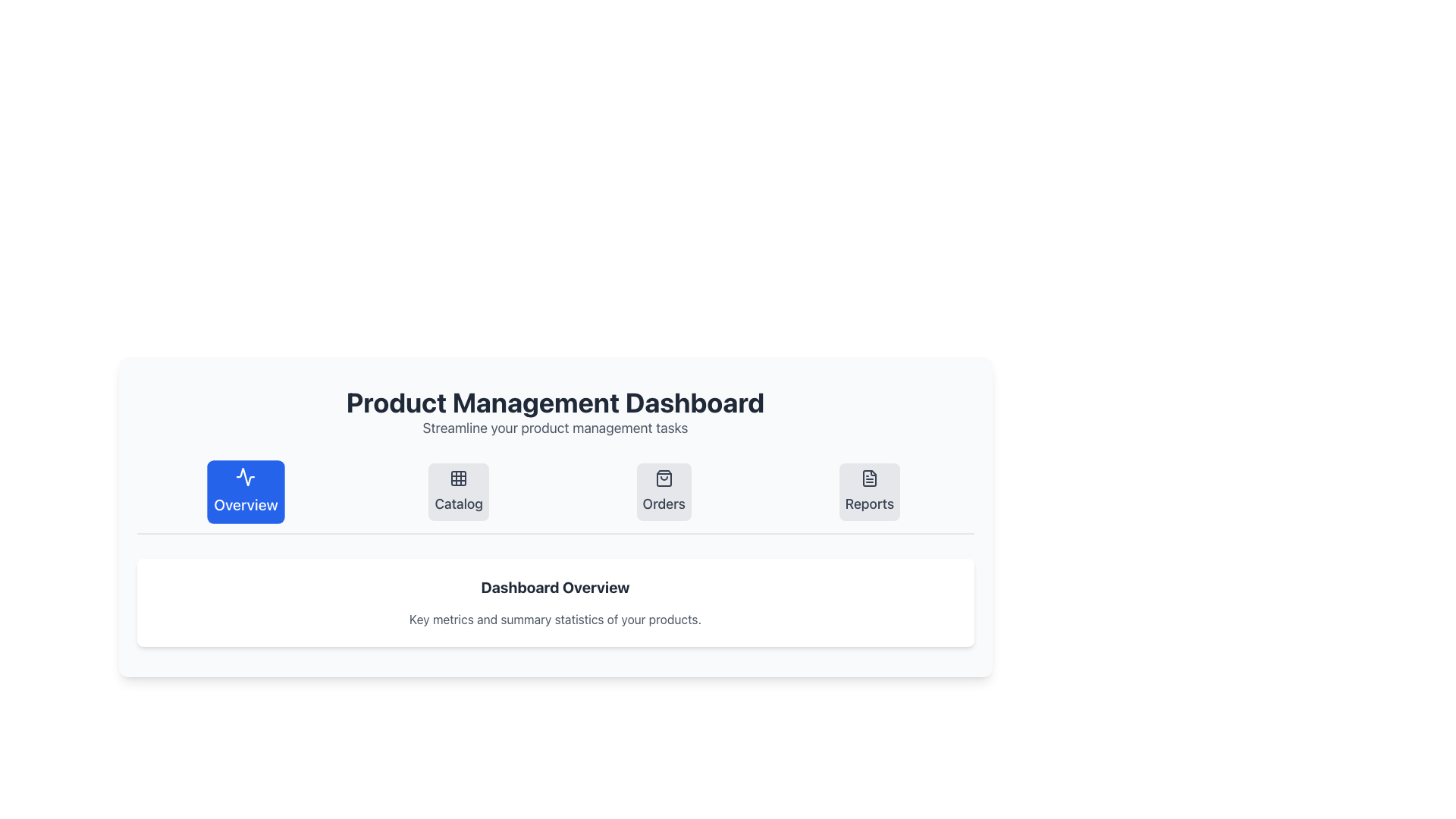  I want to click on the 'Reports' button in the horizontal navigation menu, so click(869, 491).